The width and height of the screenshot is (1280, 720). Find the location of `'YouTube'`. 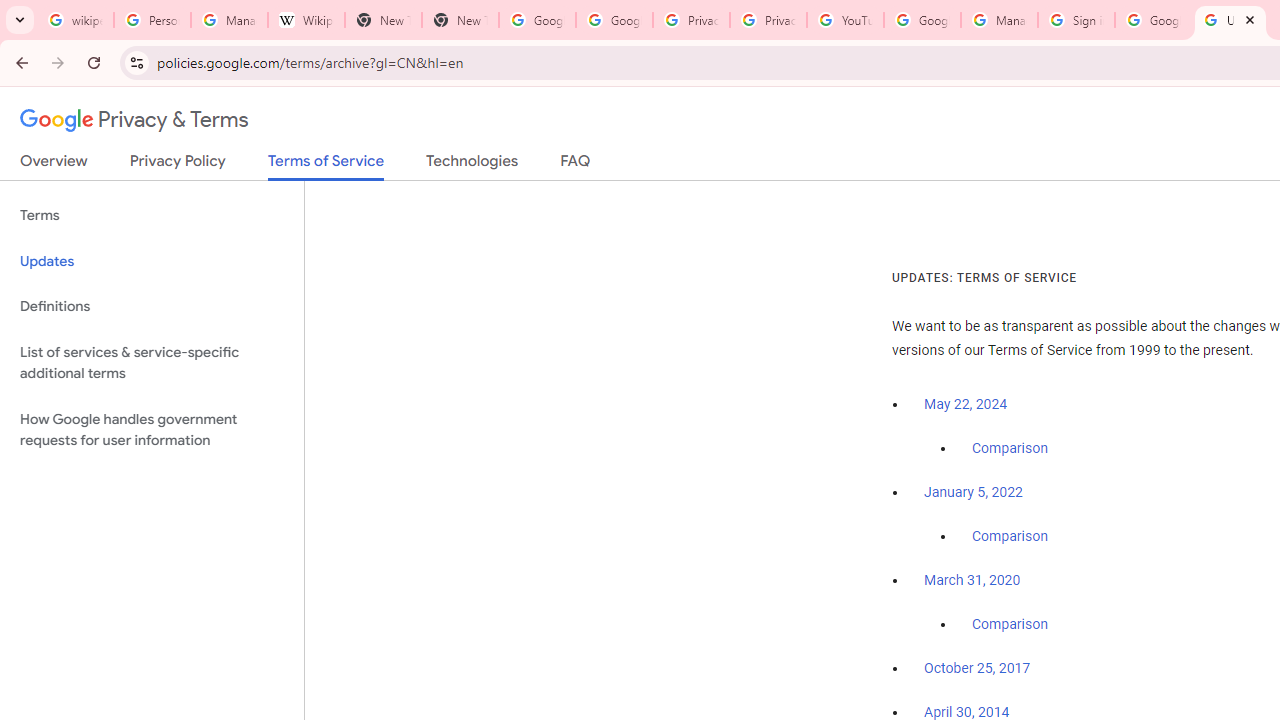

'YouTube' is located at coordinates (845, 20).